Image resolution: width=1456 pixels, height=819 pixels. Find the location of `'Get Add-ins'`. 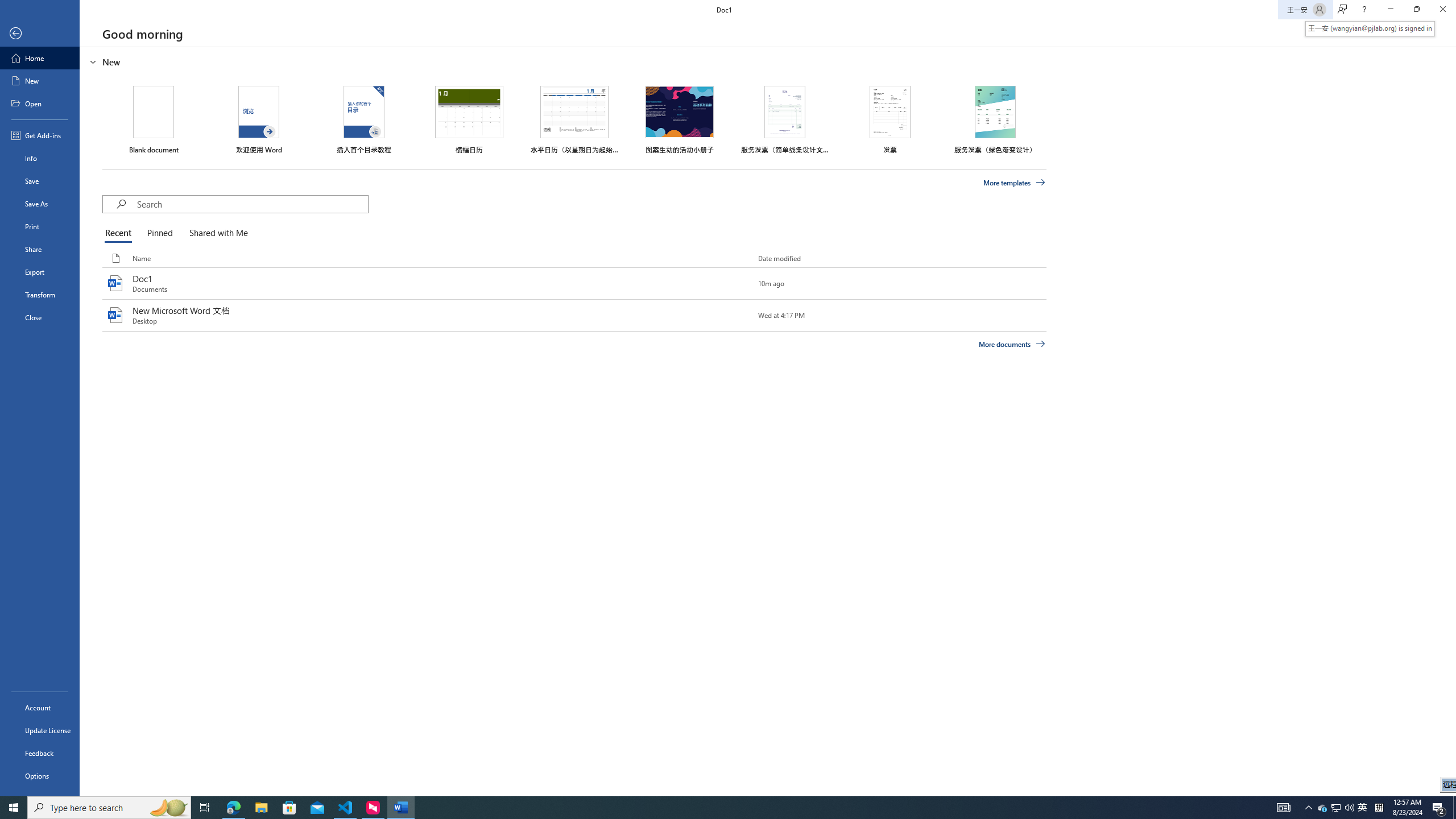

'Get Add-ins' is located at coordinates (39, 135).